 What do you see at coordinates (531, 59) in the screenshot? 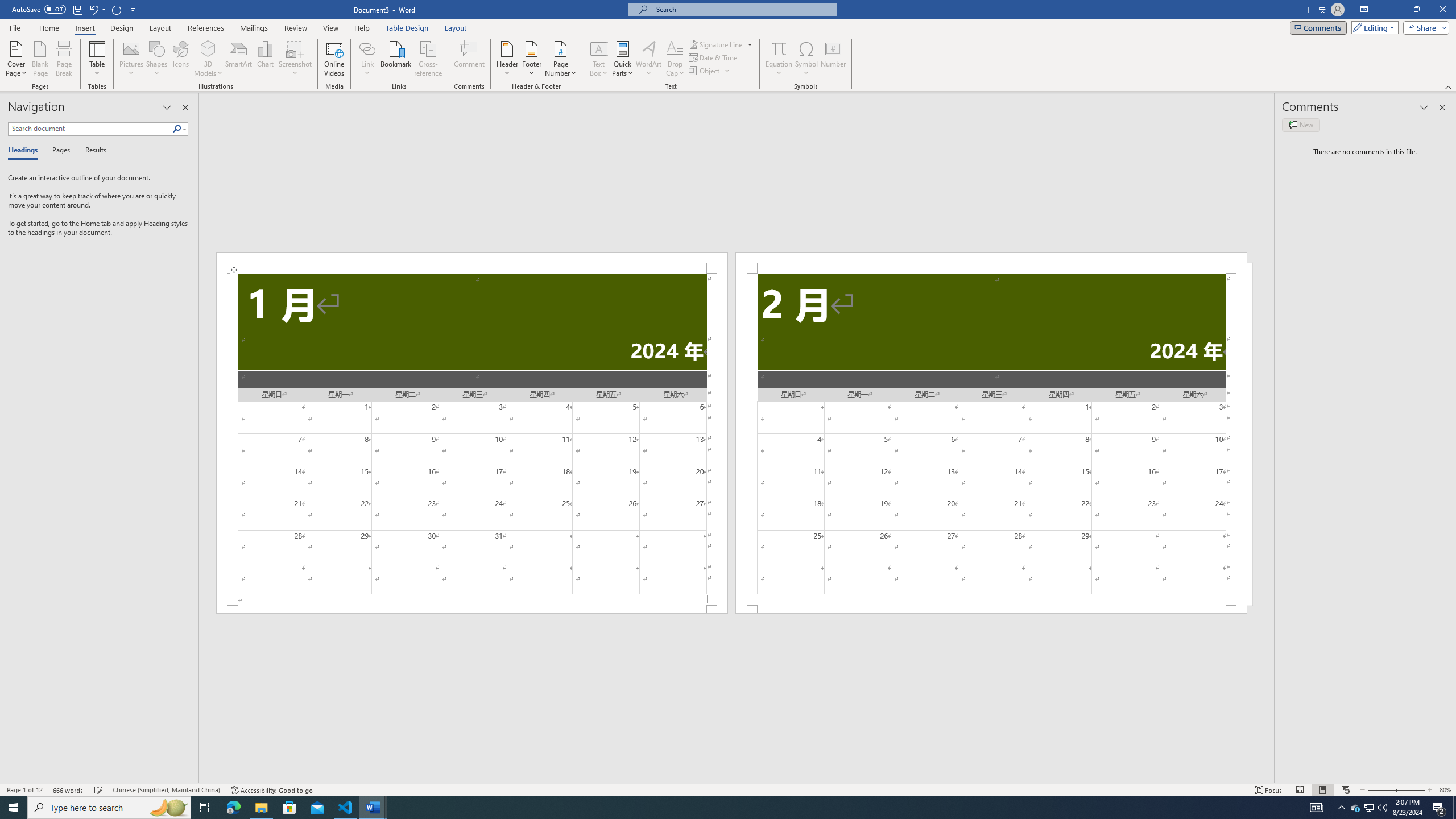
I see `'Footer'` at bounding box center [531, 59].